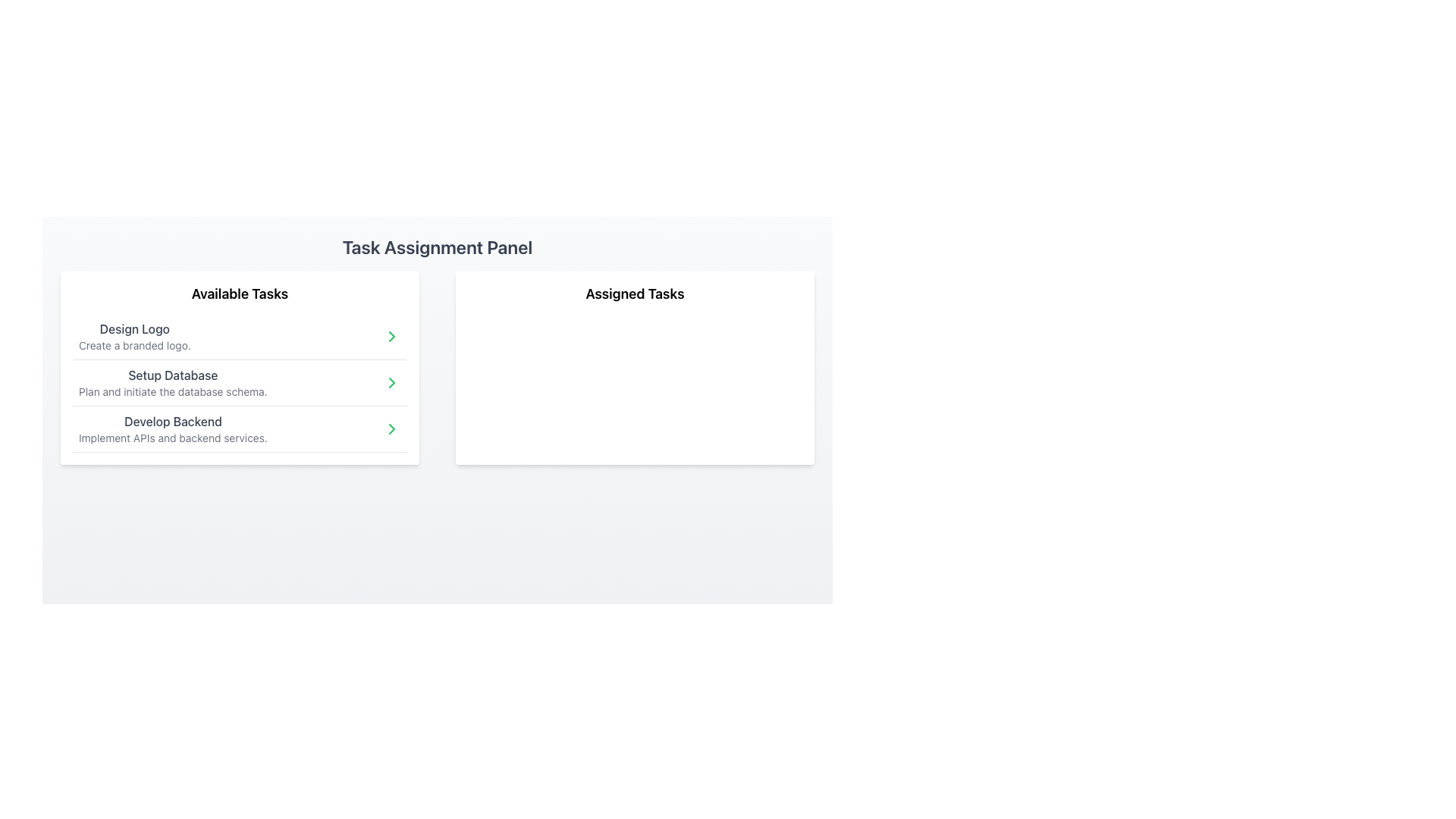  Describe the element at coordinates (392, 335) in the screenshot. I see `the Icon button located to the right of the 'Design Logo' text in the 'Available Tasks' section` at that location.